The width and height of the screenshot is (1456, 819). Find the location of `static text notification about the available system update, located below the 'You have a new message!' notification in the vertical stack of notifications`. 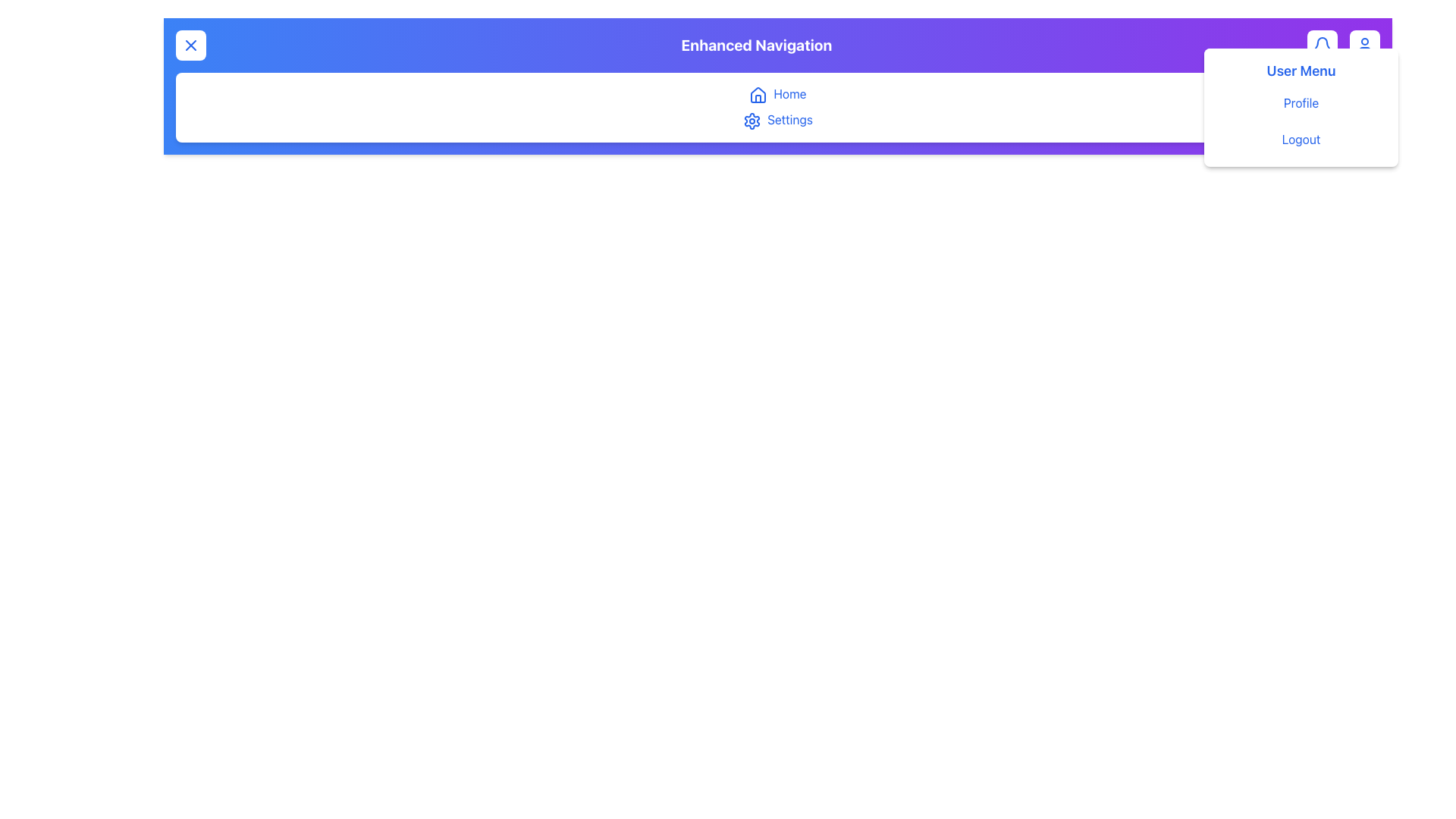

static text notification about the available system update, located below the 'You have a new message!' notification in the vertical stack of notifications is located at coordinates (1301, 140).